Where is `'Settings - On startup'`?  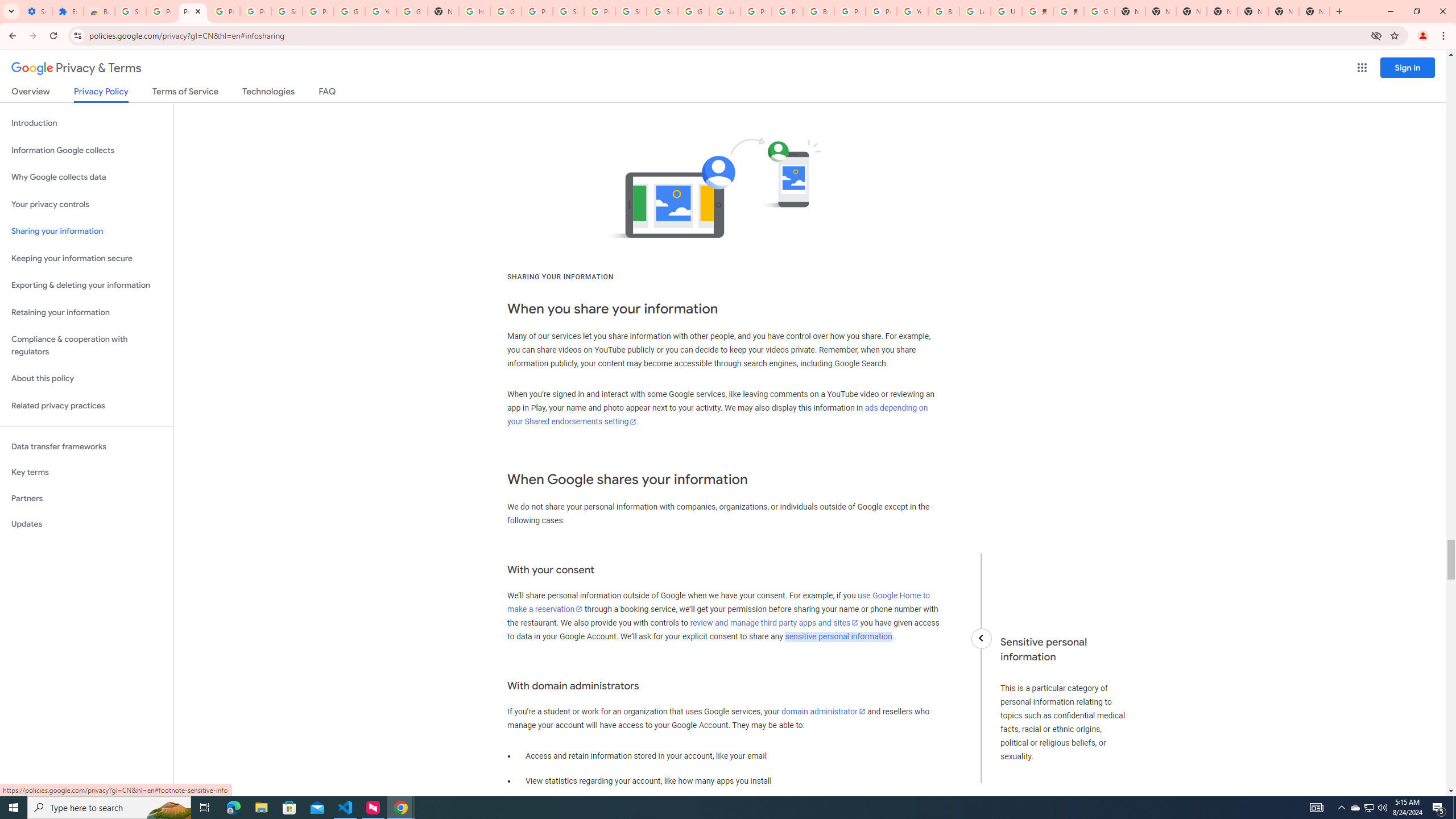 'Settings - On startup' is located at coordinates (36, 11).